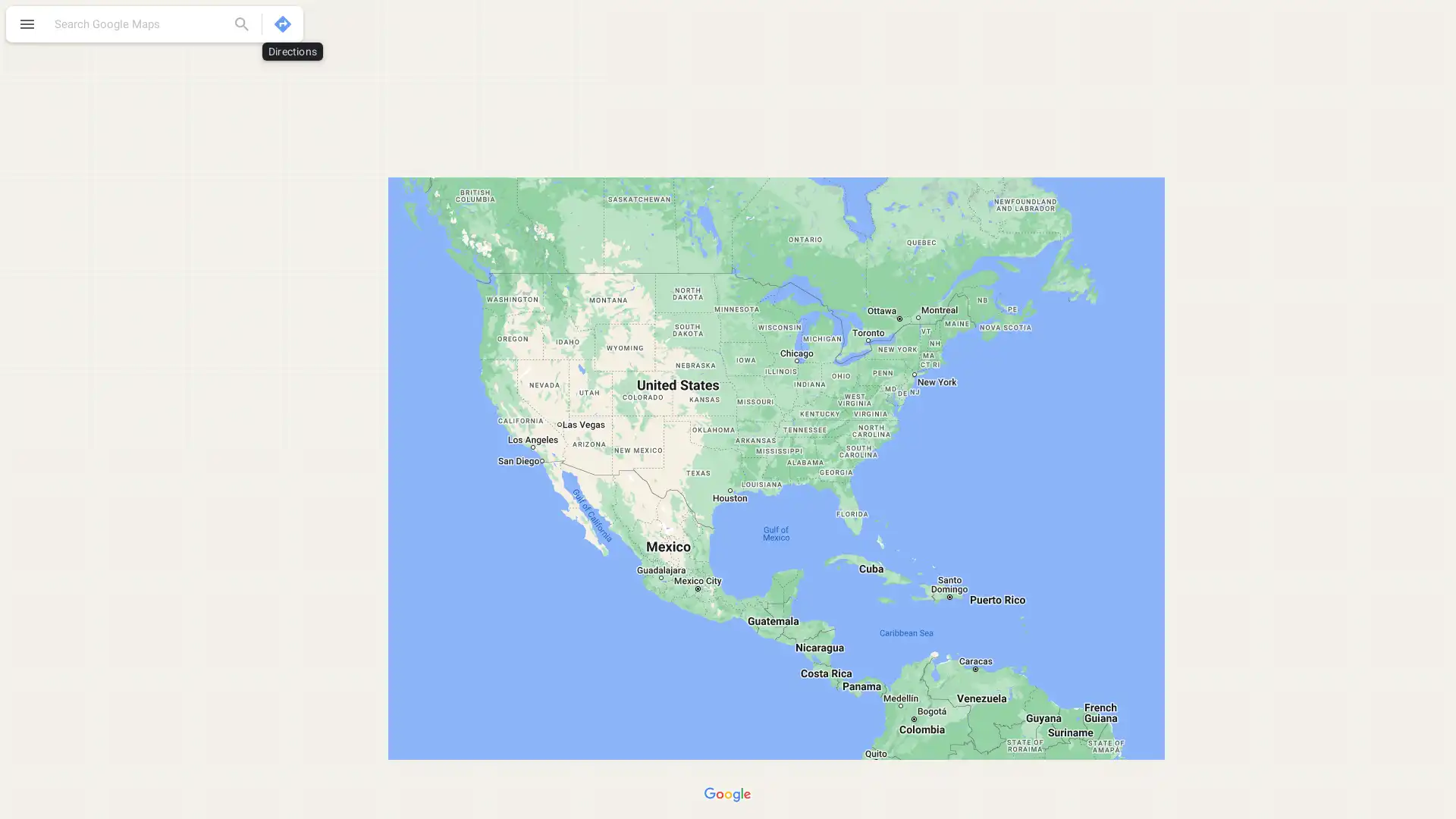 The image size is (1456, 819). Describe the element at coordinates (283, 24) in the screenshot. I see `Directions` at that location.